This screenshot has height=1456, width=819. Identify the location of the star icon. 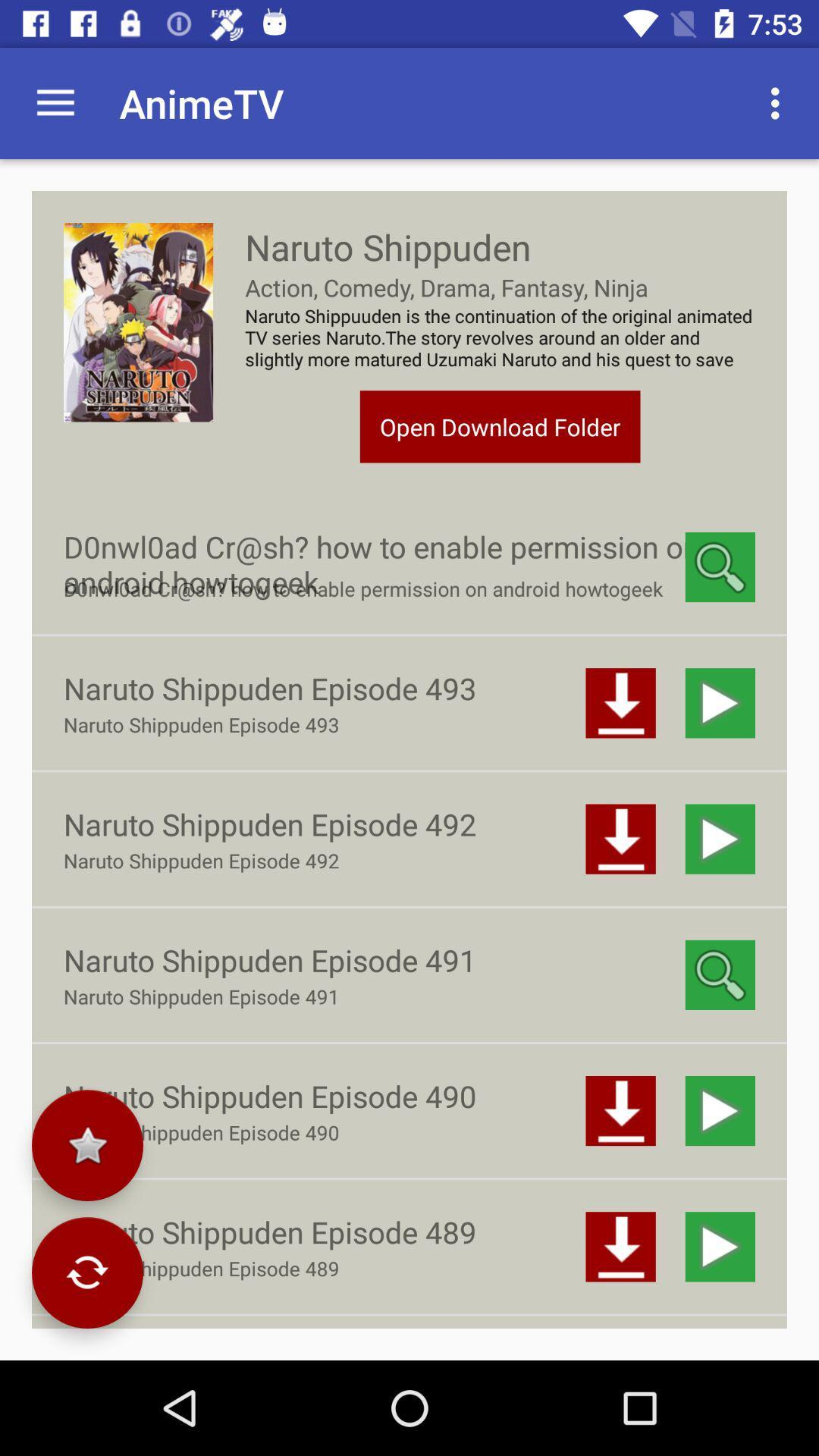
(87, 1145).